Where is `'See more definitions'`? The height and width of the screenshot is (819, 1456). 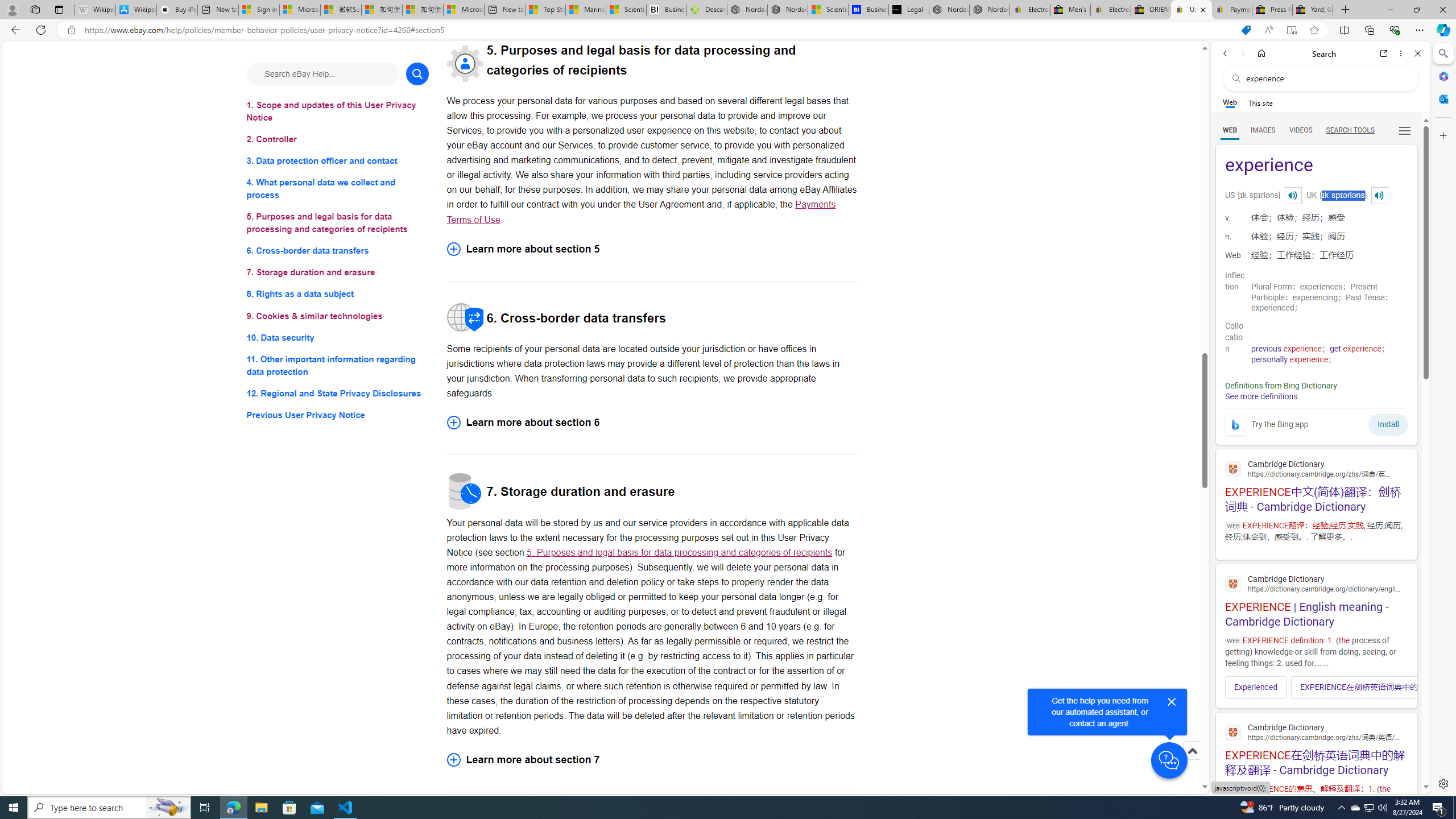
'See more definitions' is located at coordinates (1260, 396).